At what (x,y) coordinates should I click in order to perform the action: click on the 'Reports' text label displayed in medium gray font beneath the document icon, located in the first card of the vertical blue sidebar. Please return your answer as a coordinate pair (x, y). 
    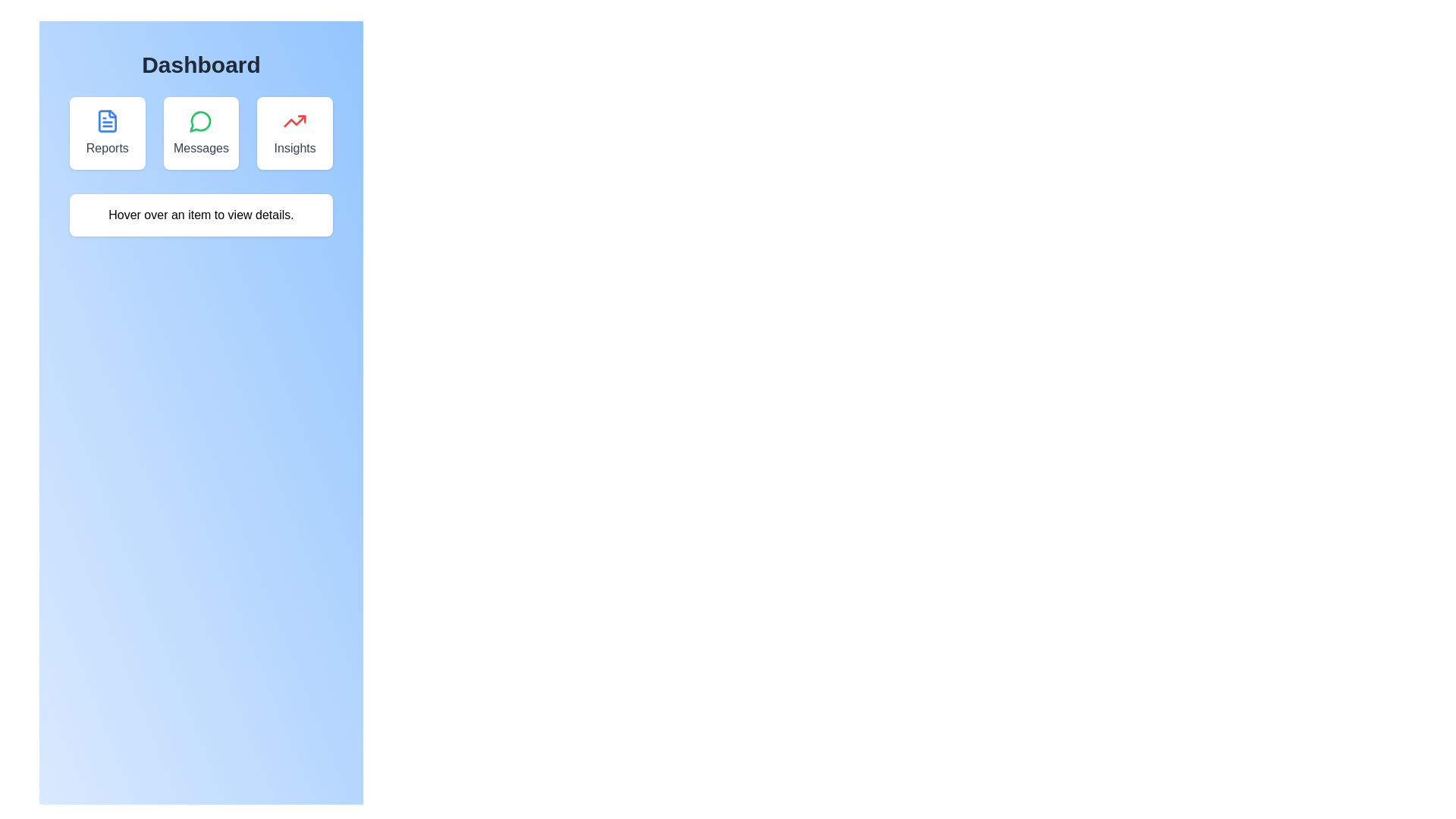
    Looking at the image, I should click on (106, 149).